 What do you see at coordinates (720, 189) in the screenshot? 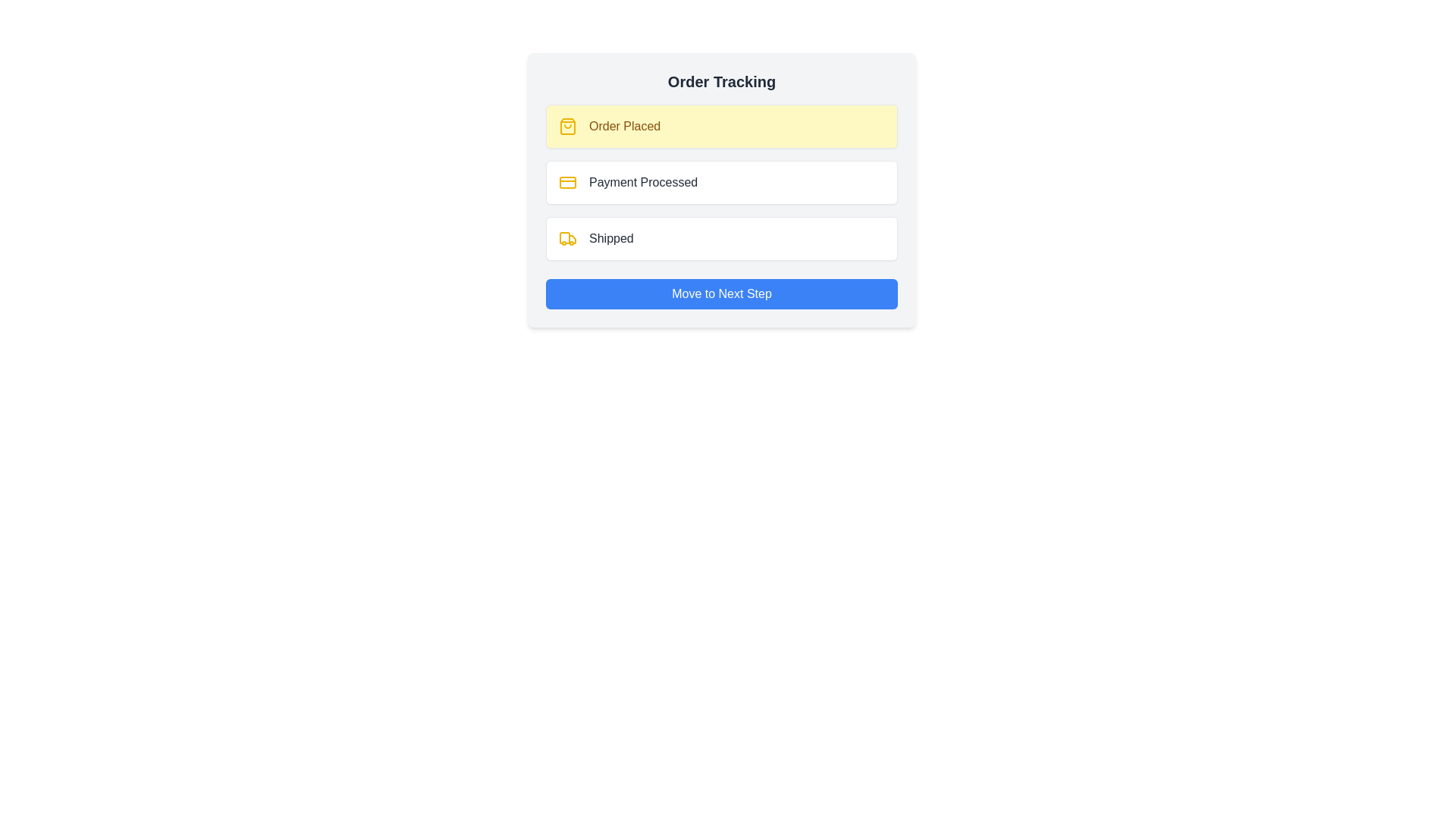
I see `the 'Payment Processed' stage in the order tracking process, which is the second entry in a vertical sequence of three steps displayed within a card` at bounding box center [720, 189].